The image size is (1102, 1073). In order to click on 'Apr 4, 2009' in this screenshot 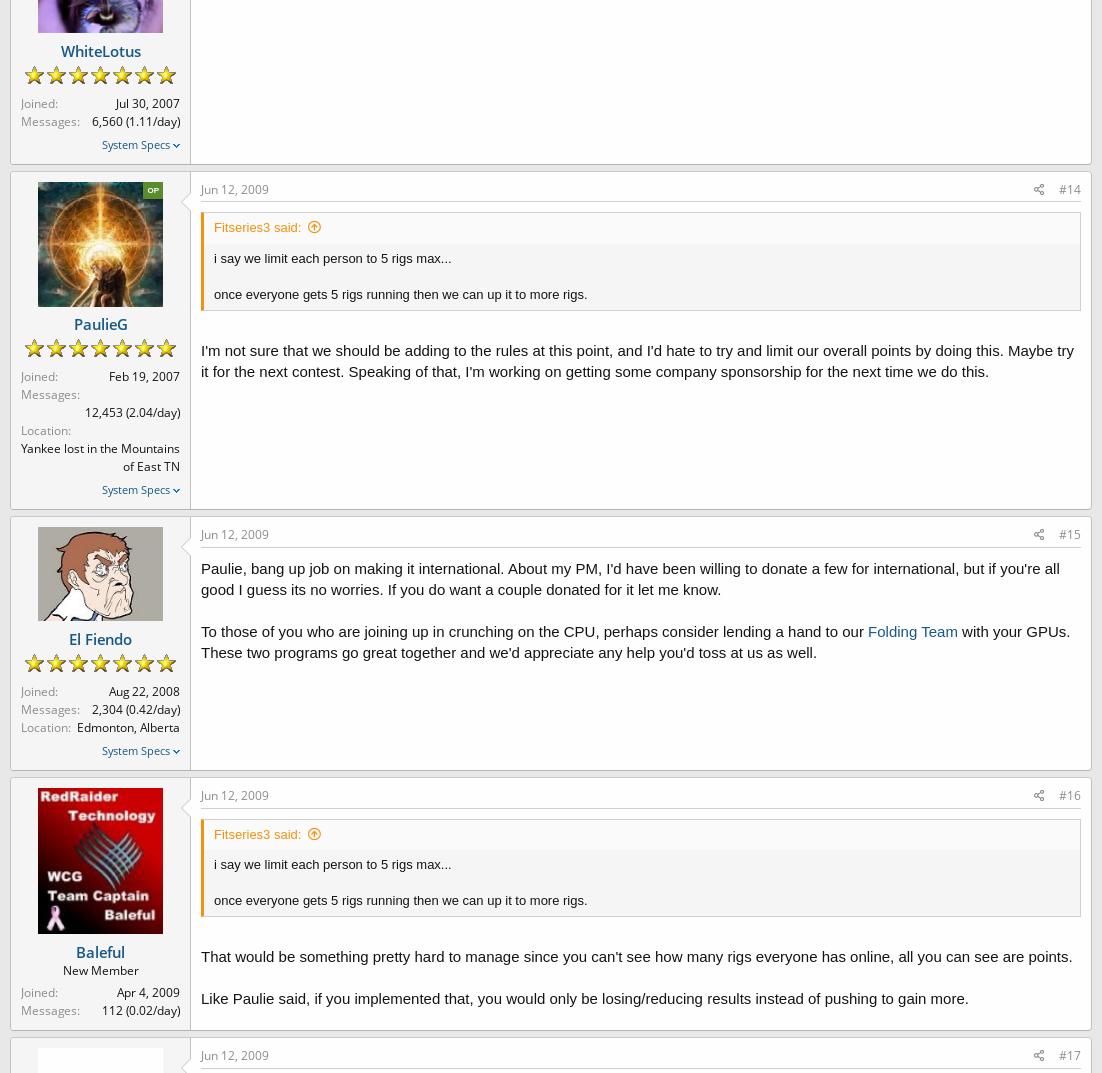, I will do `click(116, 991)`.